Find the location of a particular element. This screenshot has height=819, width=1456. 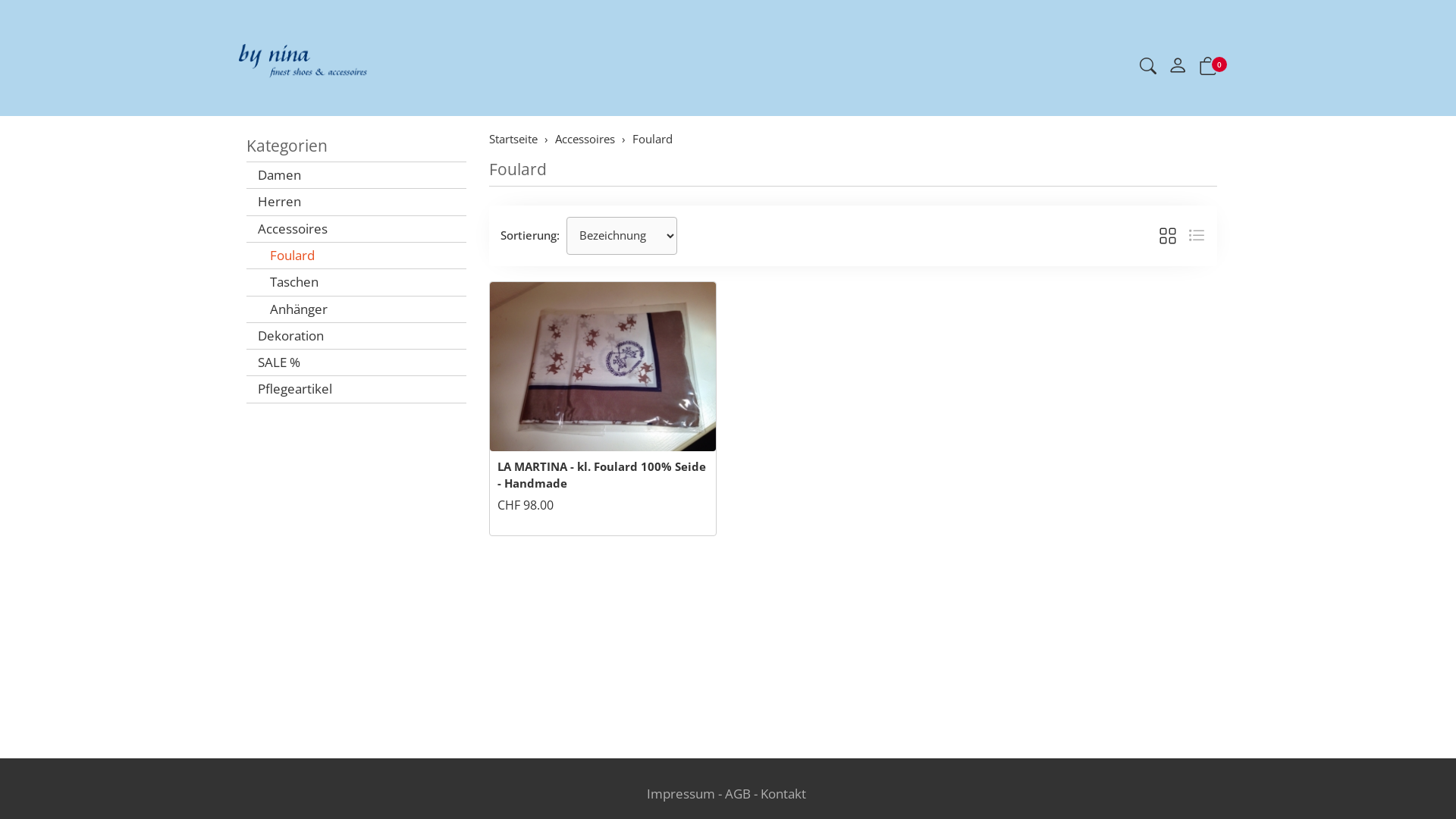

'Dekoration' is located at coordinates (356, 335).